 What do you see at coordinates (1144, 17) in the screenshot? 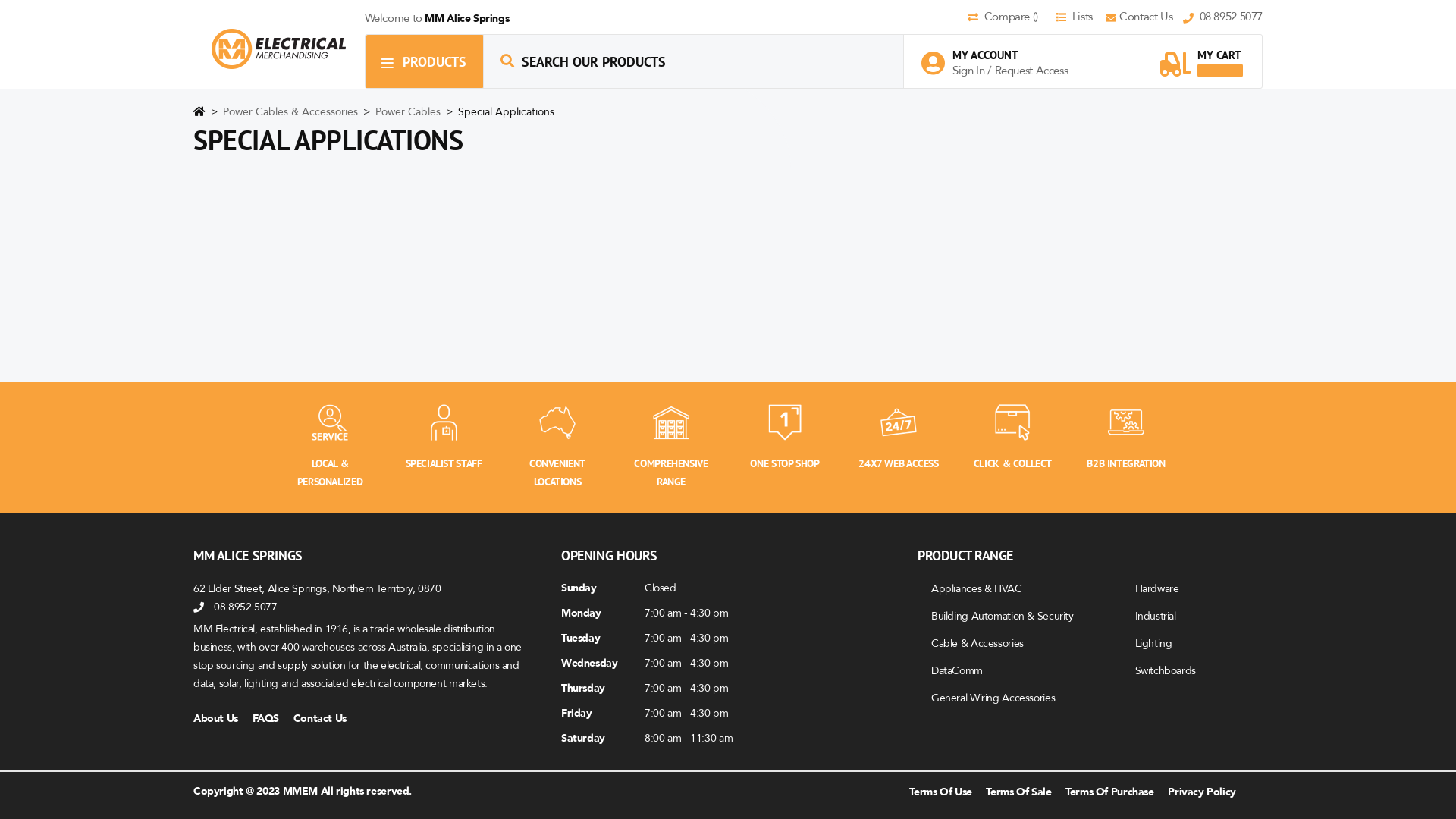
I see `'Contact Us'` at bounding box center [1144, 17].